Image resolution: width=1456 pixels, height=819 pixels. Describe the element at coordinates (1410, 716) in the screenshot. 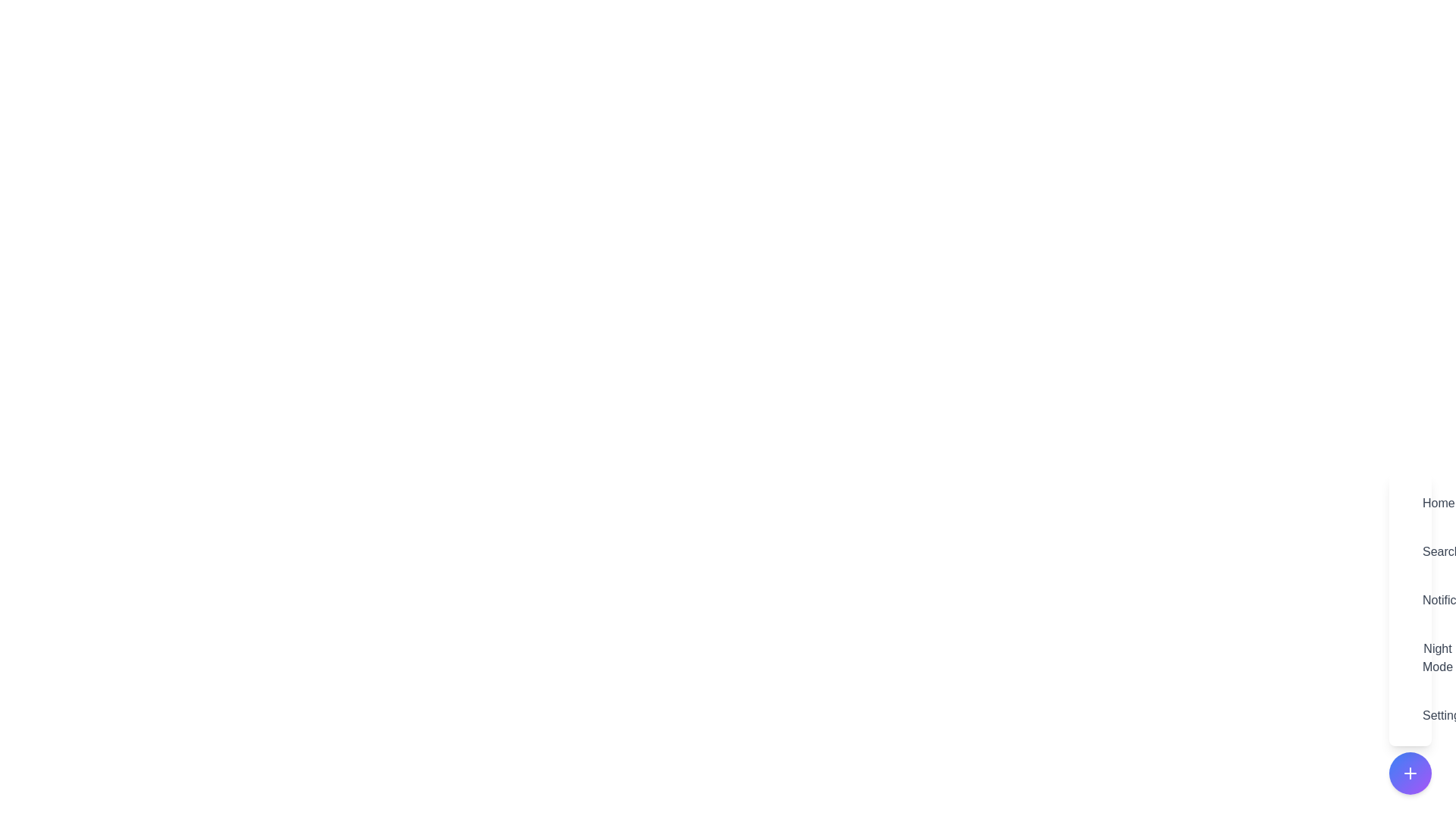

I see `the menu item labeled Settings` at that location.